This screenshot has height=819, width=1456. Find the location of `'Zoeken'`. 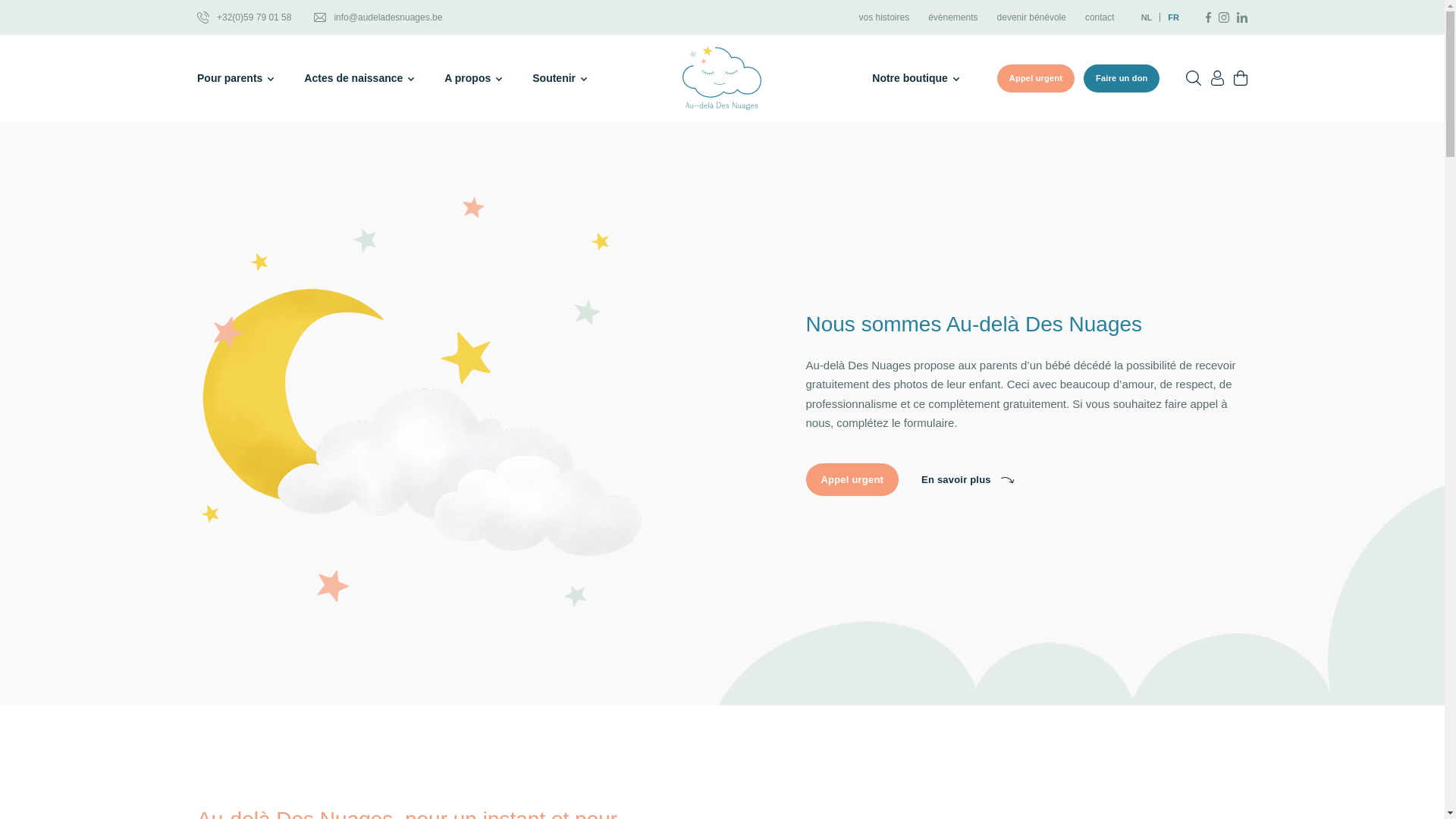

'Zoeken' is located at coordinates (1193, 78).